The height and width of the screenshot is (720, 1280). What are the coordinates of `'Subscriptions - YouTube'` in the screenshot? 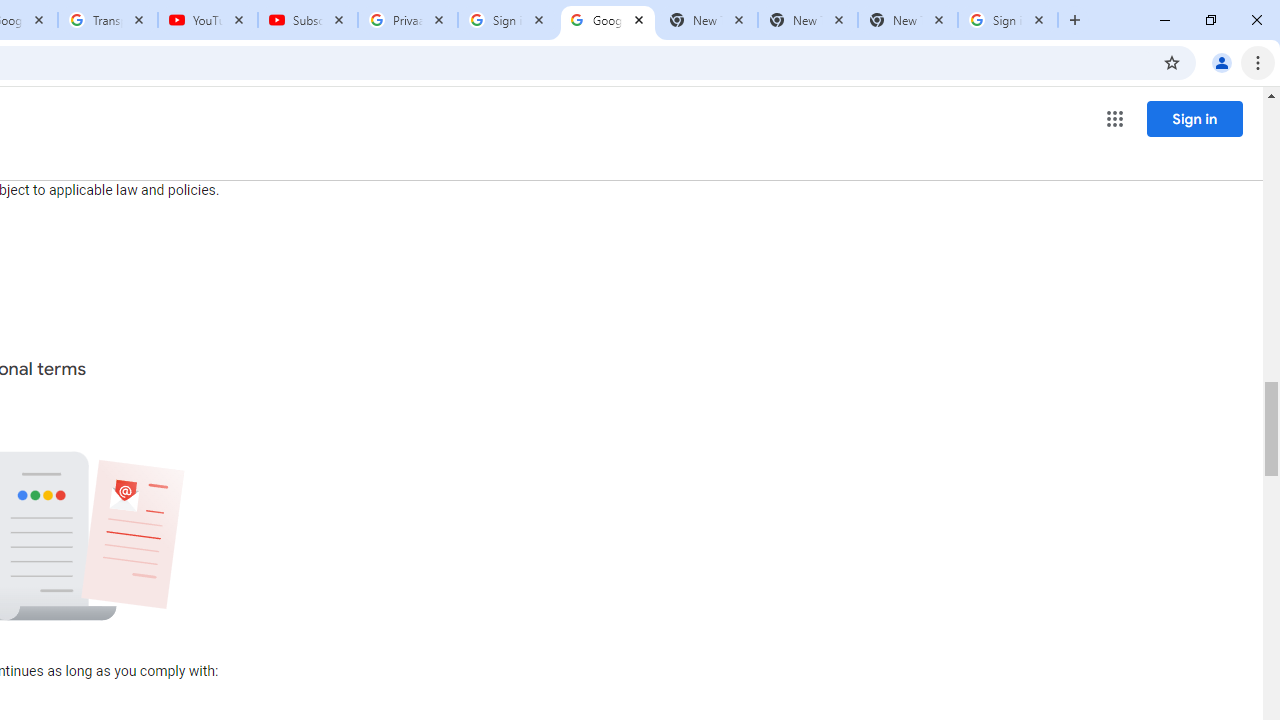 It's located at (307, 20).